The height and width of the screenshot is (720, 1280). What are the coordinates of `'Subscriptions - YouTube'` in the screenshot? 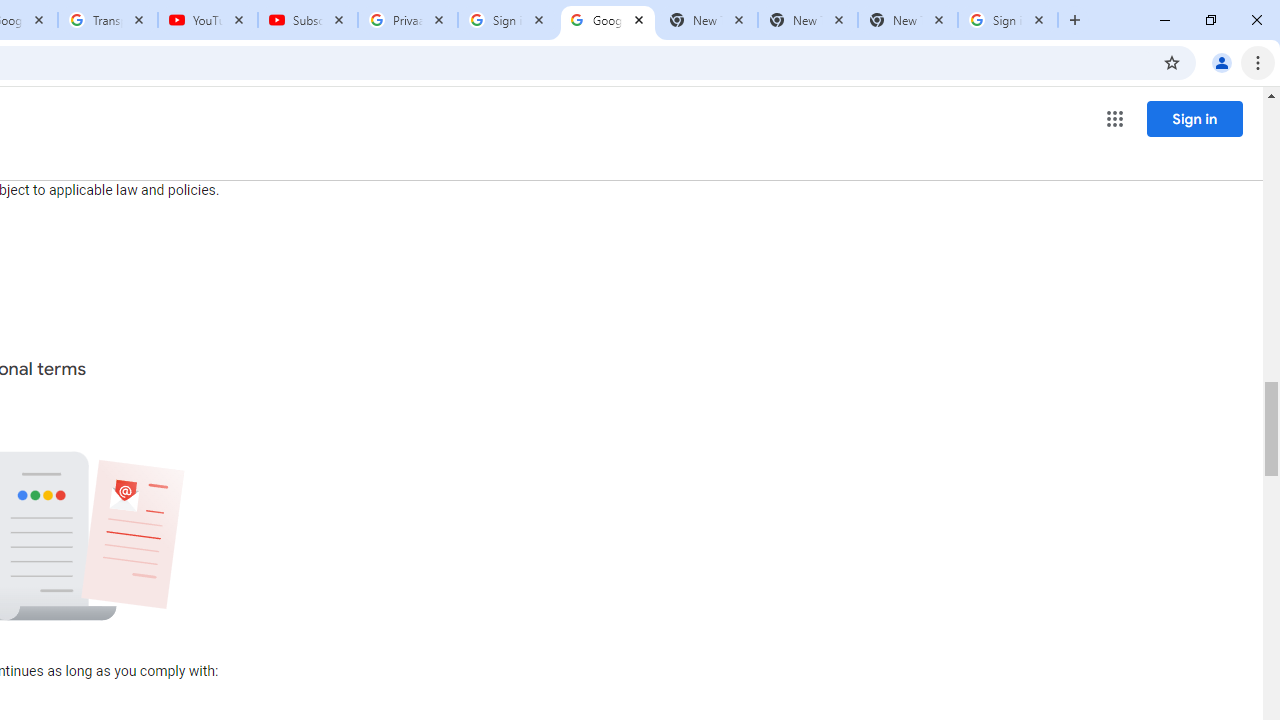 It's located at (307, 20).